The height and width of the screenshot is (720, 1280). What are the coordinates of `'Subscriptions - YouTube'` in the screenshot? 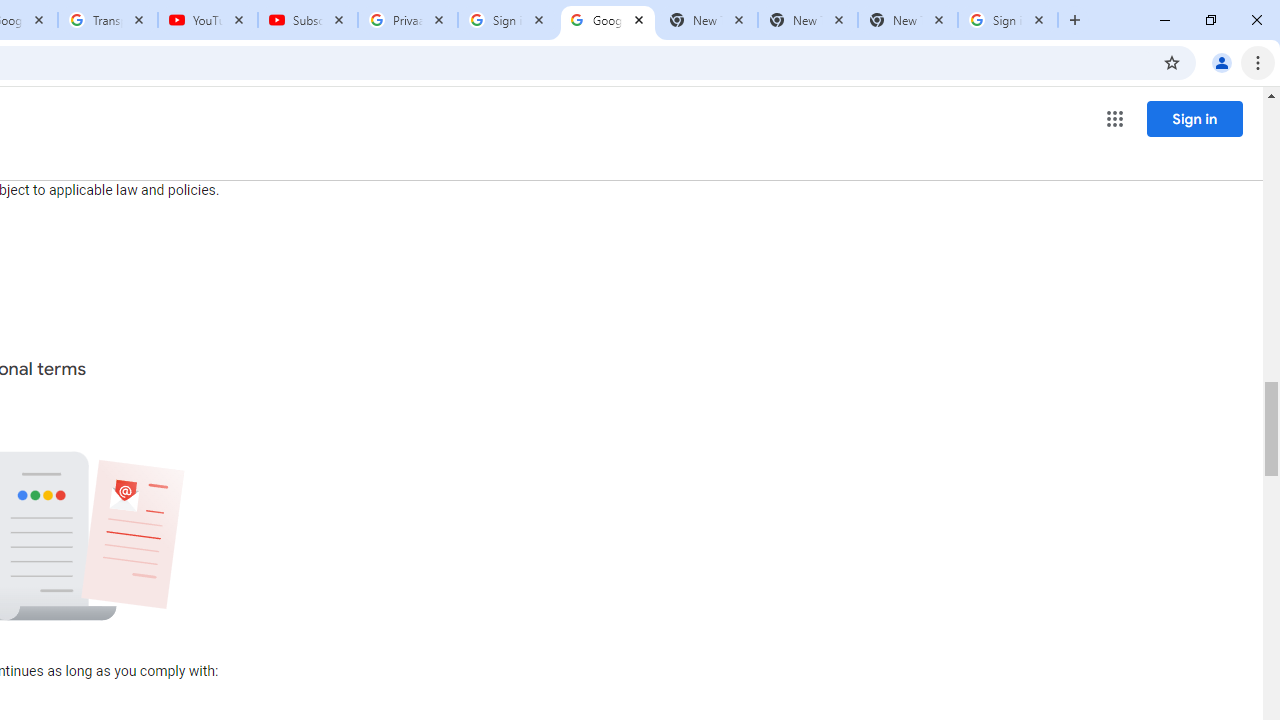 It's located at (307, 20).